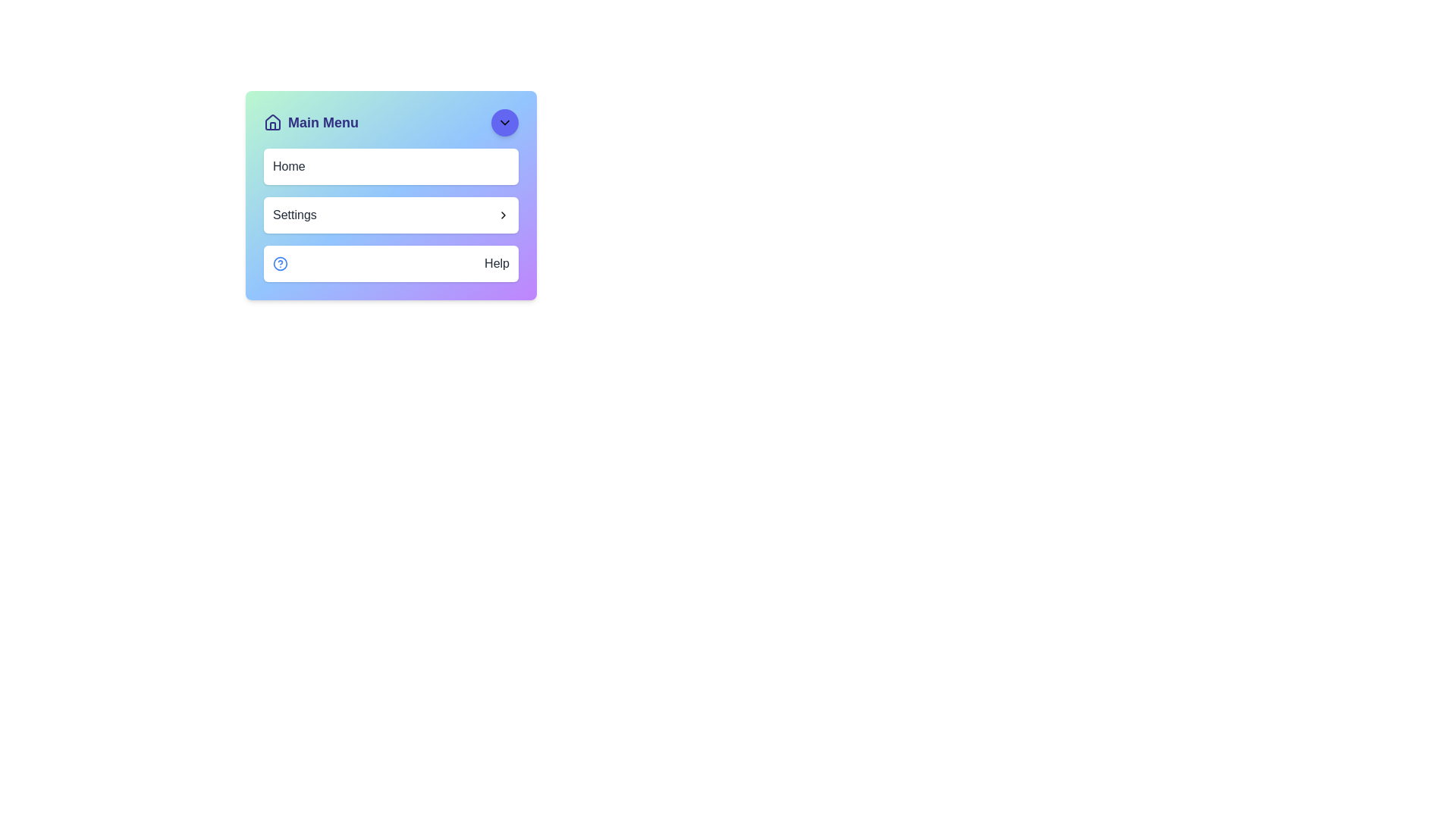  Describe the element at coordinates (505, 122) in the screenshot. I see `the chevron icon styled as a downward triangle, which is enclosed in a circular button with a blue background, located to the right of the 'Main Menu' label in the top-right area of the main UI menu` at that location.